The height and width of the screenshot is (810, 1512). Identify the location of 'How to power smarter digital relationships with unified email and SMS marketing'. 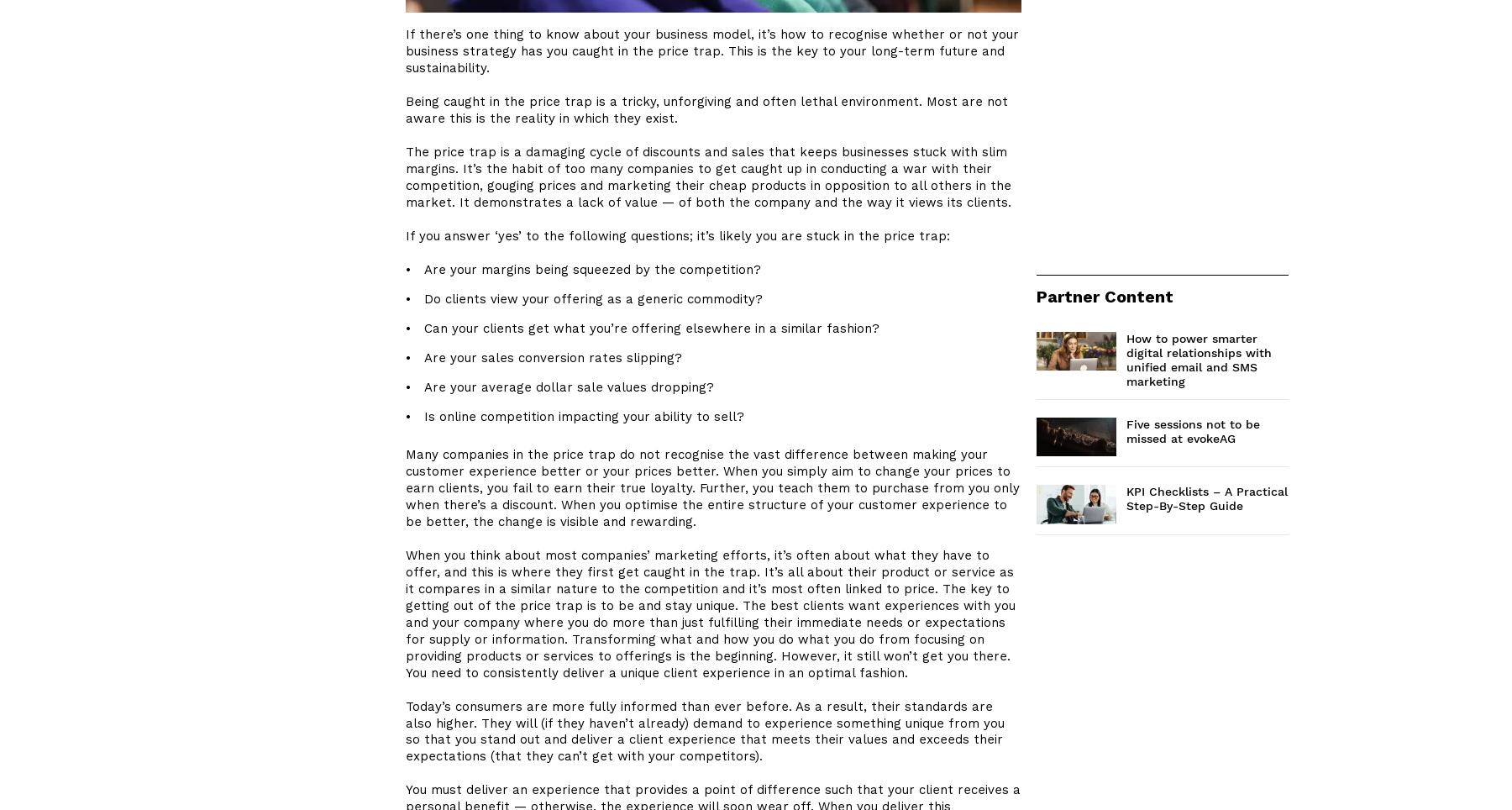
(1198, 358).